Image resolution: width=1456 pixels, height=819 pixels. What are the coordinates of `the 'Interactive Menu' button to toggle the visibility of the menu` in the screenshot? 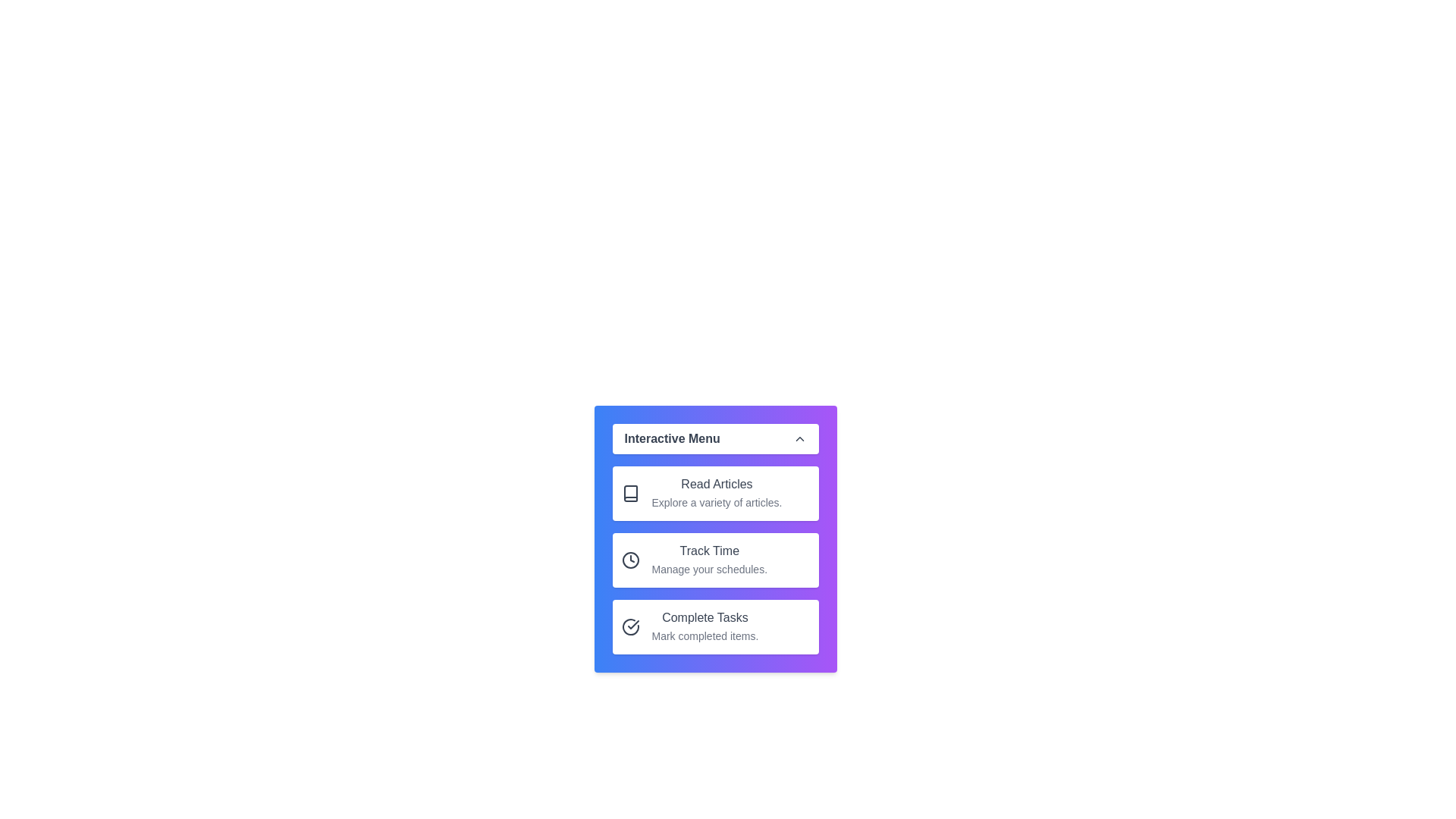 It's located at (714, 438).